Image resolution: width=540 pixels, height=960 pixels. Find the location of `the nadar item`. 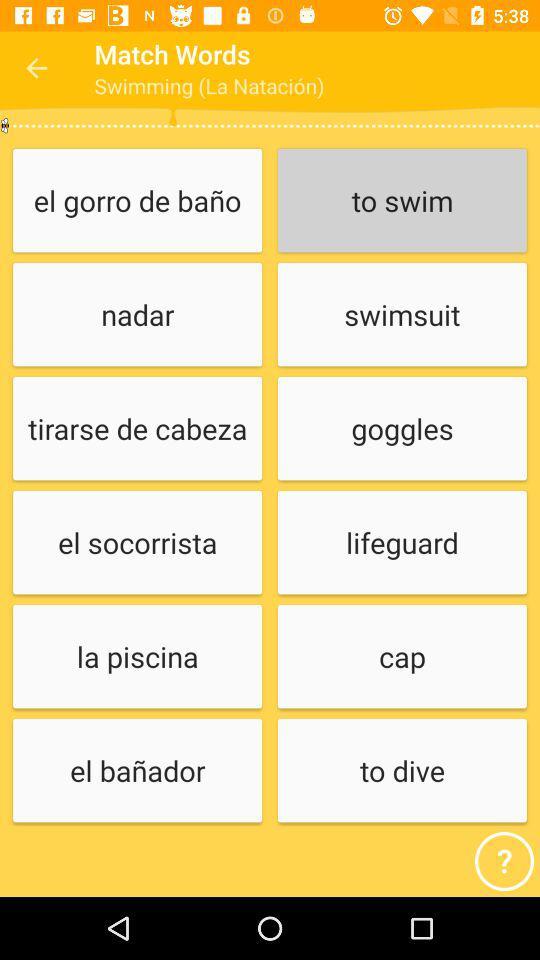

the nadar item is located at coordinates (136, 315).